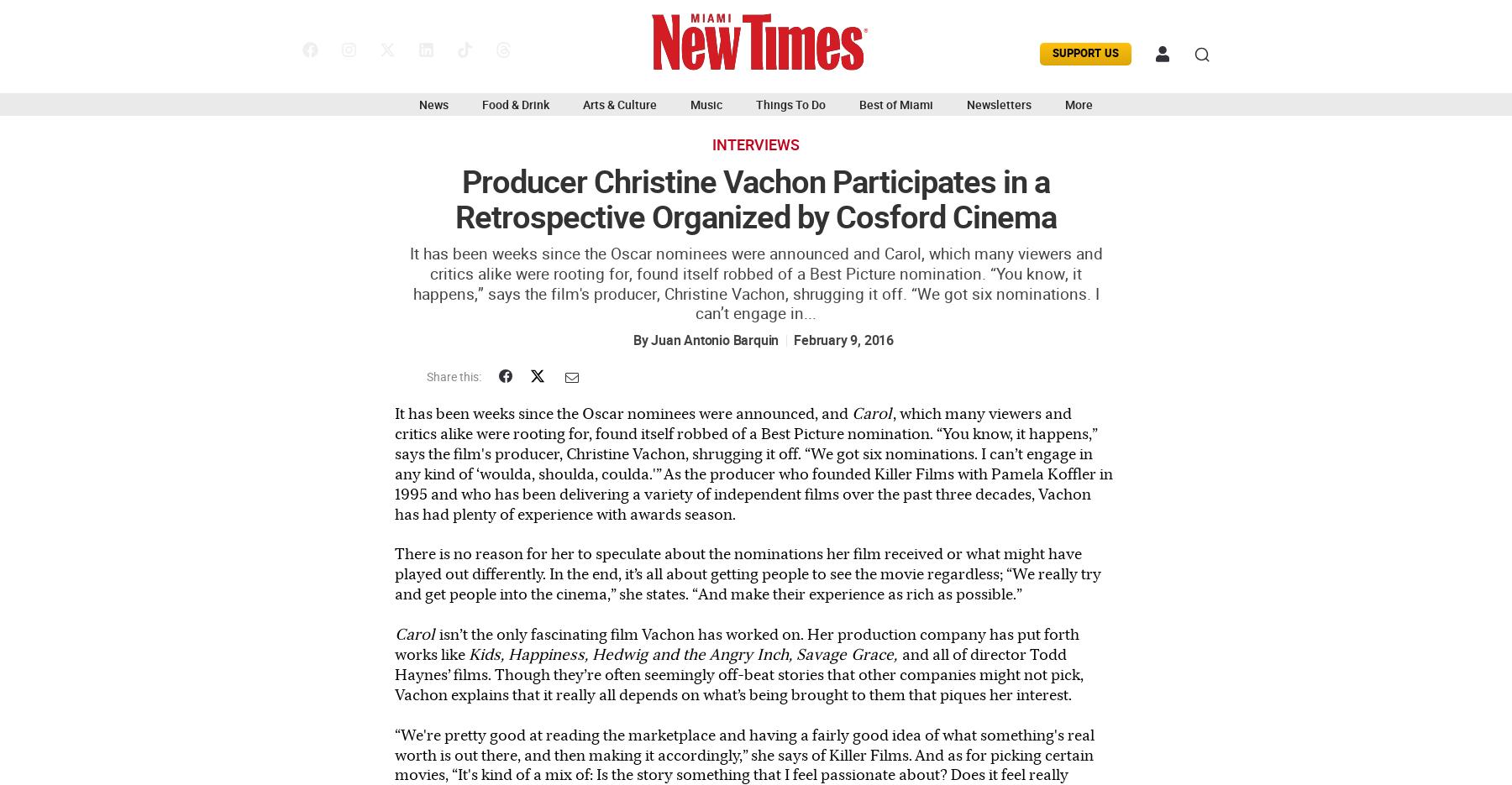  Describe the element at coordinates (433, 104) in the screenshot. I see `'News'` at that location.